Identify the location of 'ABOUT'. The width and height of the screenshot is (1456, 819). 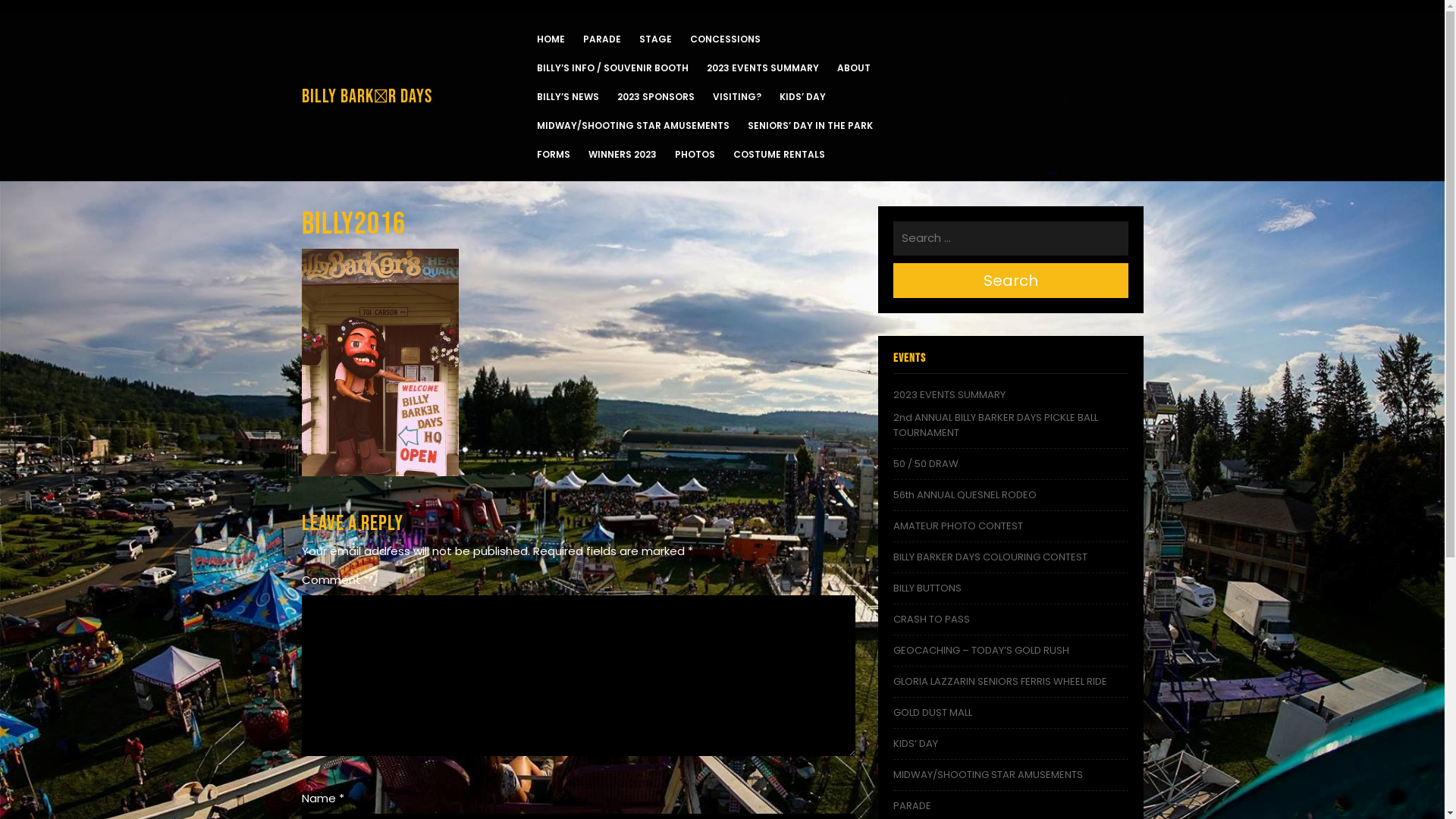
(854, 67).